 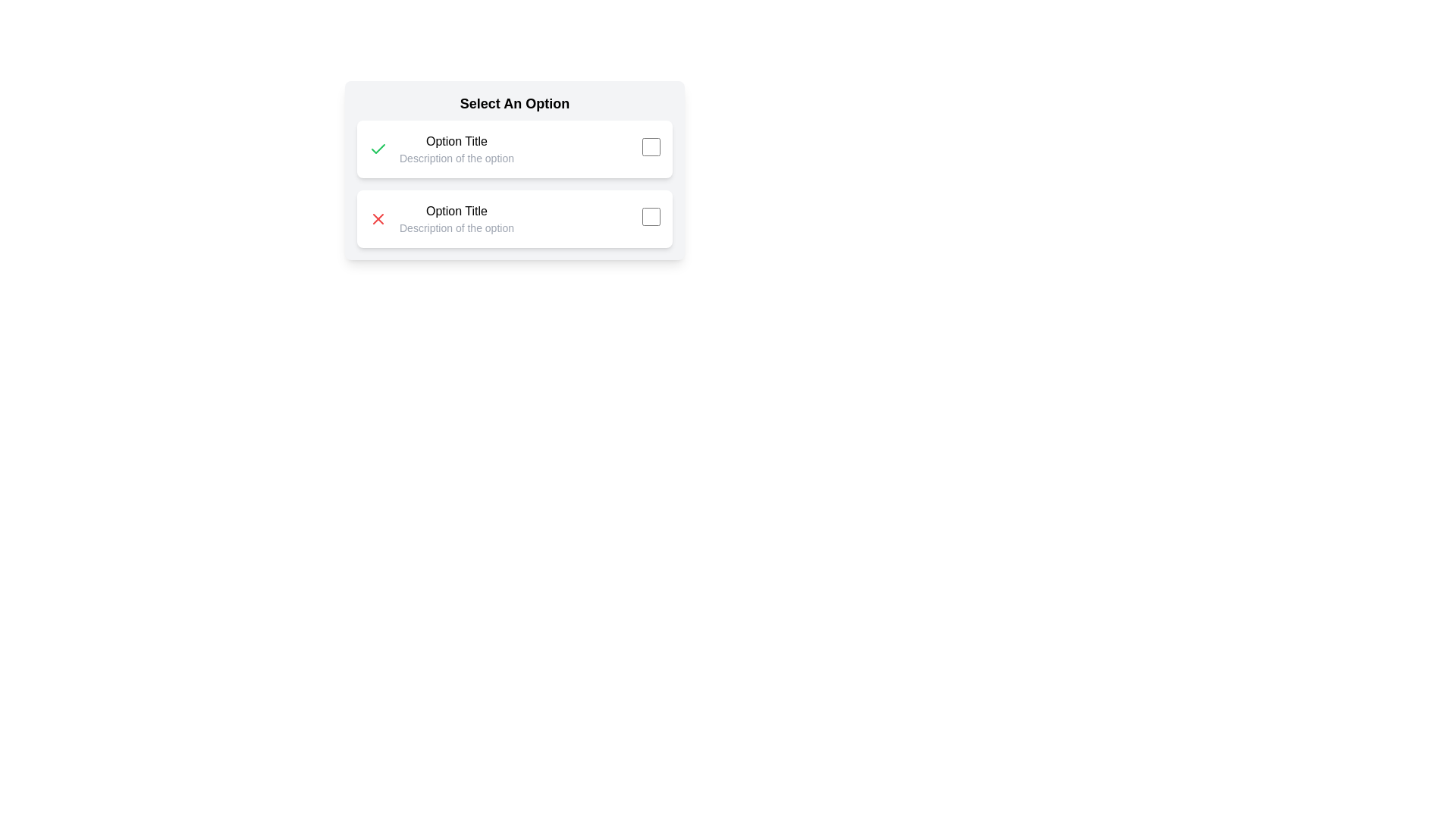 What do you see at coordinates (378, 149) in the screenshot?
I see `the checkmark icon indicating the selected state for the option in the list, located to the left of 'Option Title'` at bounding box center [378, 149].